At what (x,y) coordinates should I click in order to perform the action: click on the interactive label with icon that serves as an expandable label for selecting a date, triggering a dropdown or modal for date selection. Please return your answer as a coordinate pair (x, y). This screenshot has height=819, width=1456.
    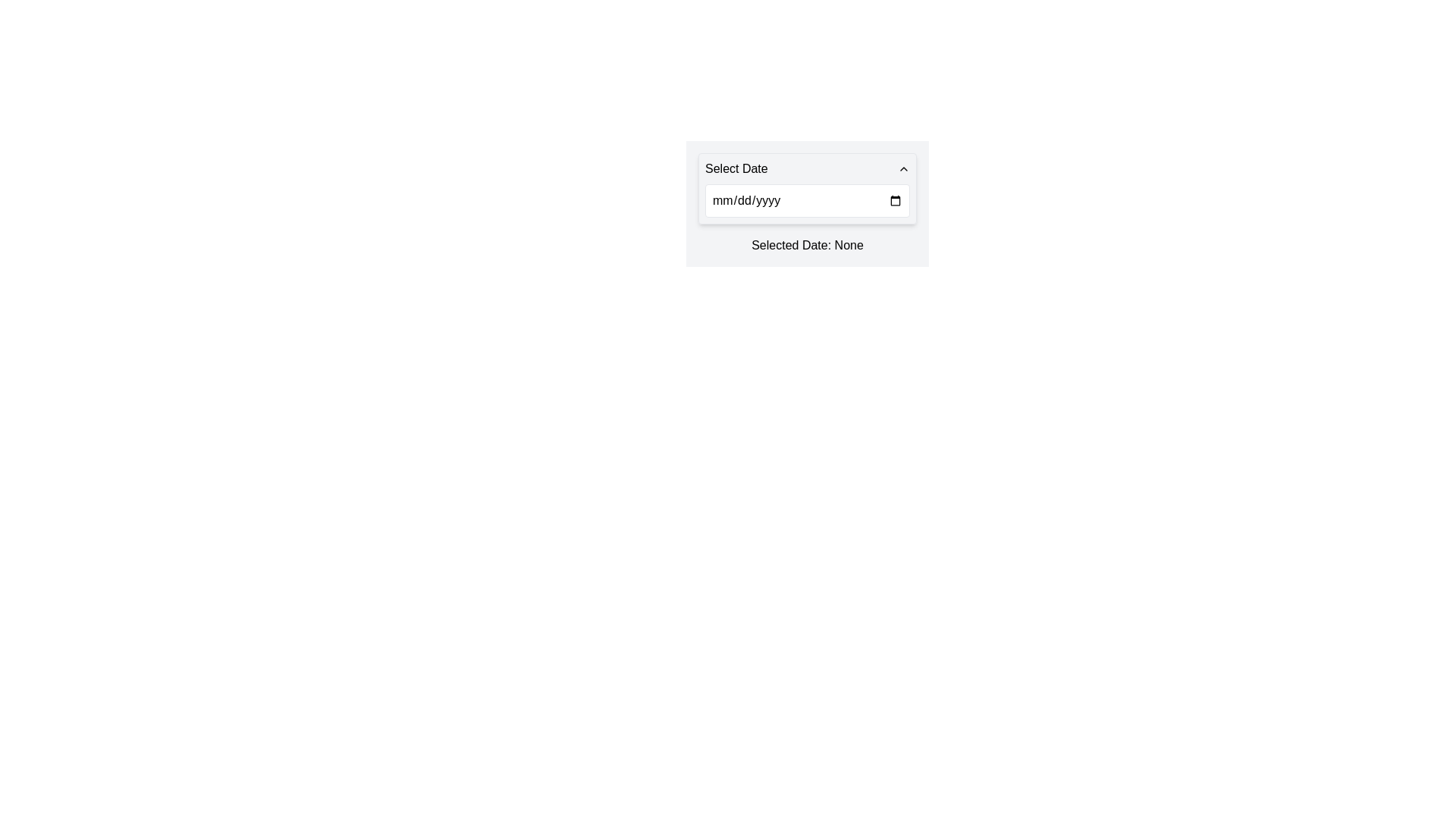
    Looking at the image, I should click on (807, 169).